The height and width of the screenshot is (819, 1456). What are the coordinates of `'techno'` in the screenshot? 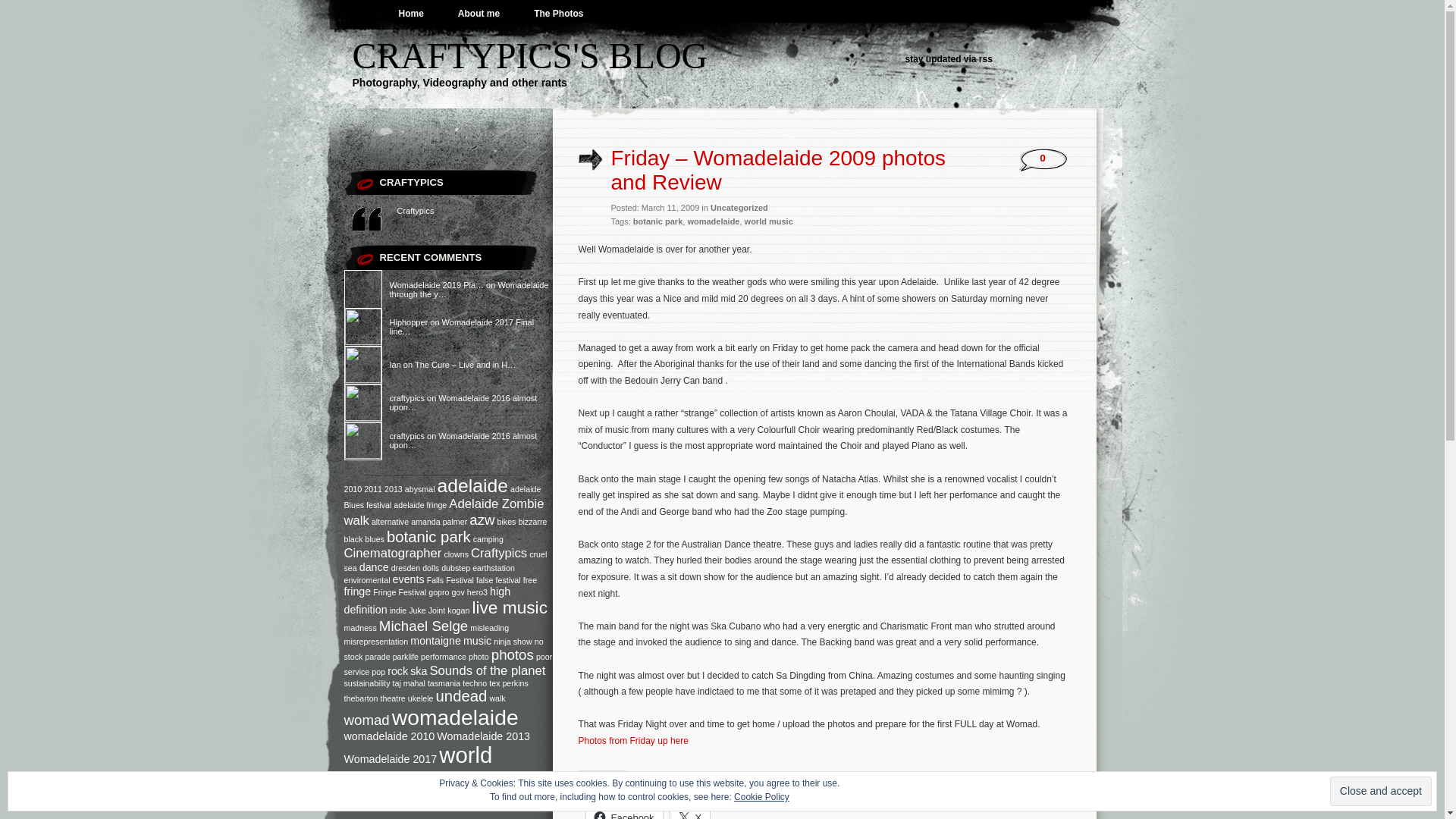 It's located at (473, 683).